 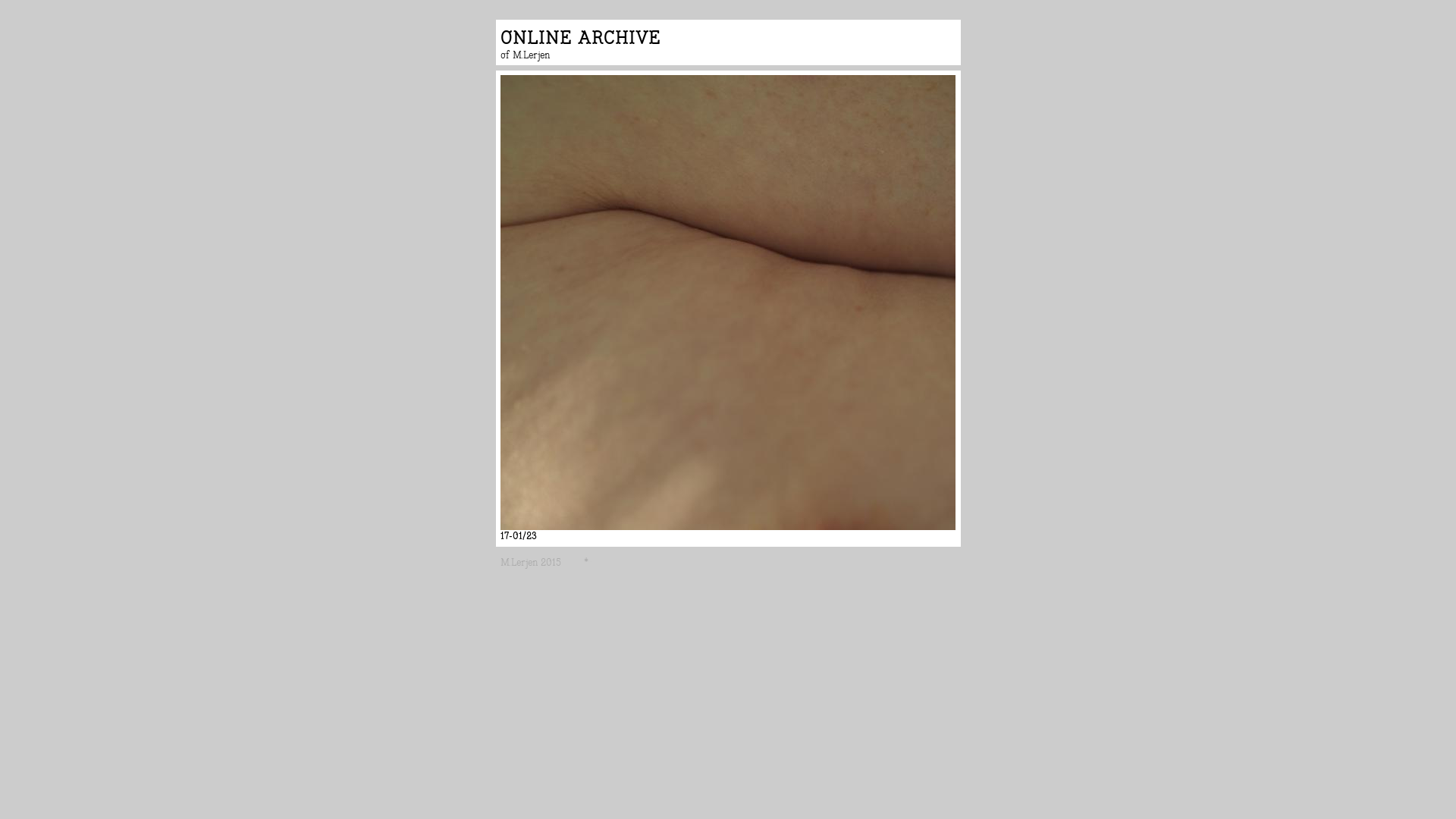 I want to click on '*', so click(x=588, y=562).